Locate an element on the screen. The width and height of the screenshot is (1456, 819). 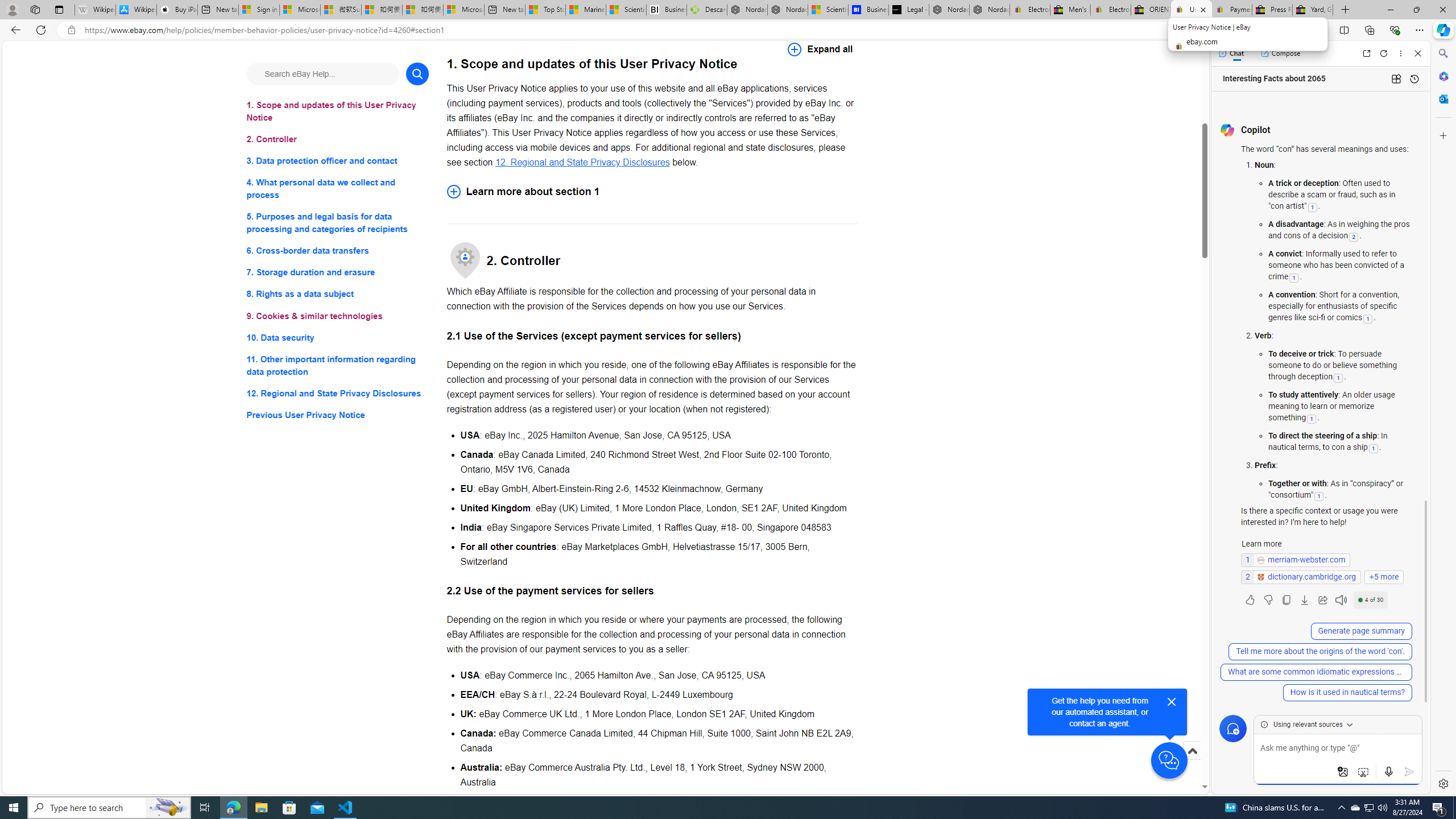
'Yard, Garden & Outdoor Living' is located at coordinates (1312, 9).